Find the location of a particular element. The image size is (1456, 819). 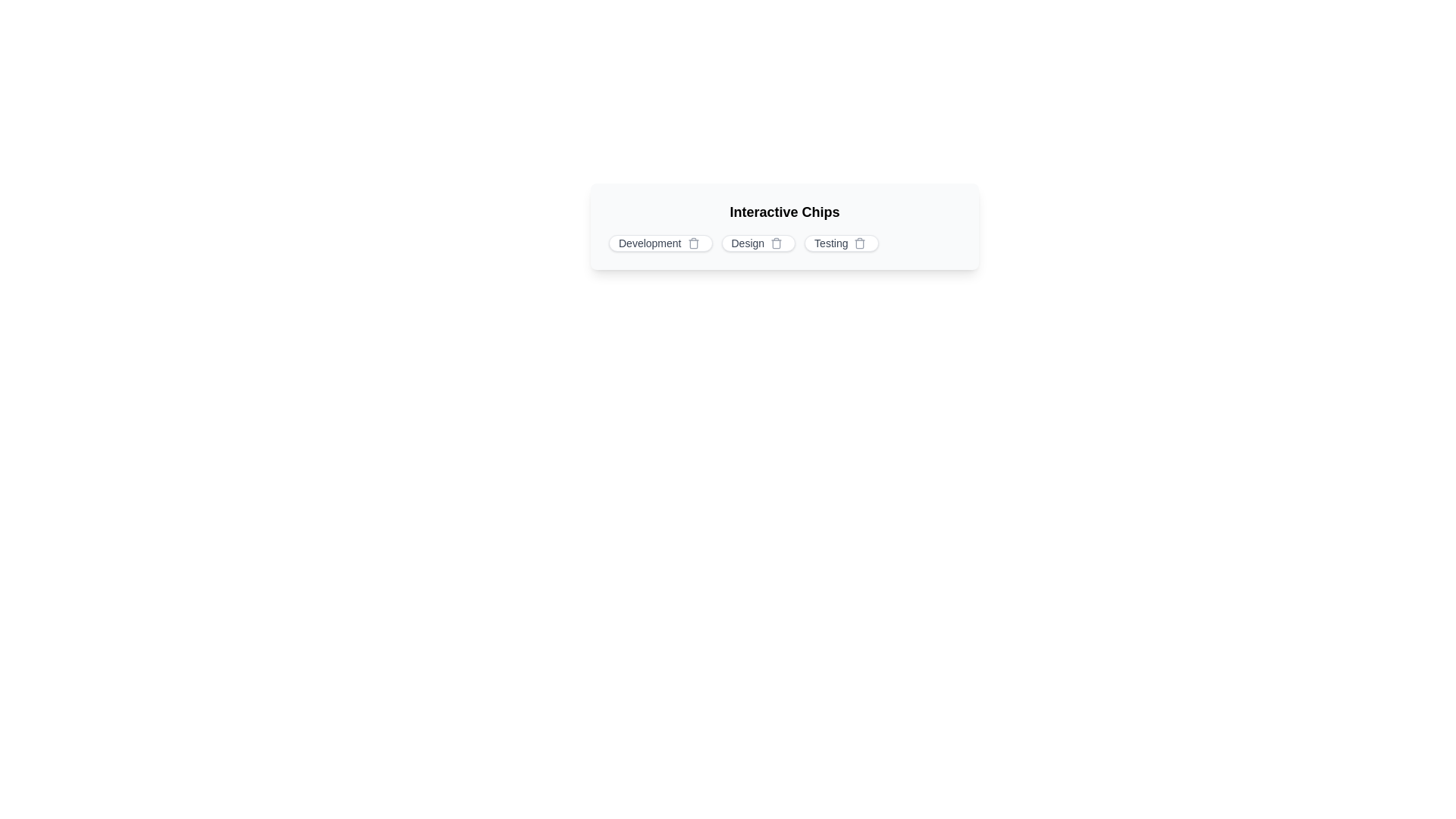

the trash icon of the chip labeled Design to remove it is located at coordinates (777, 242).